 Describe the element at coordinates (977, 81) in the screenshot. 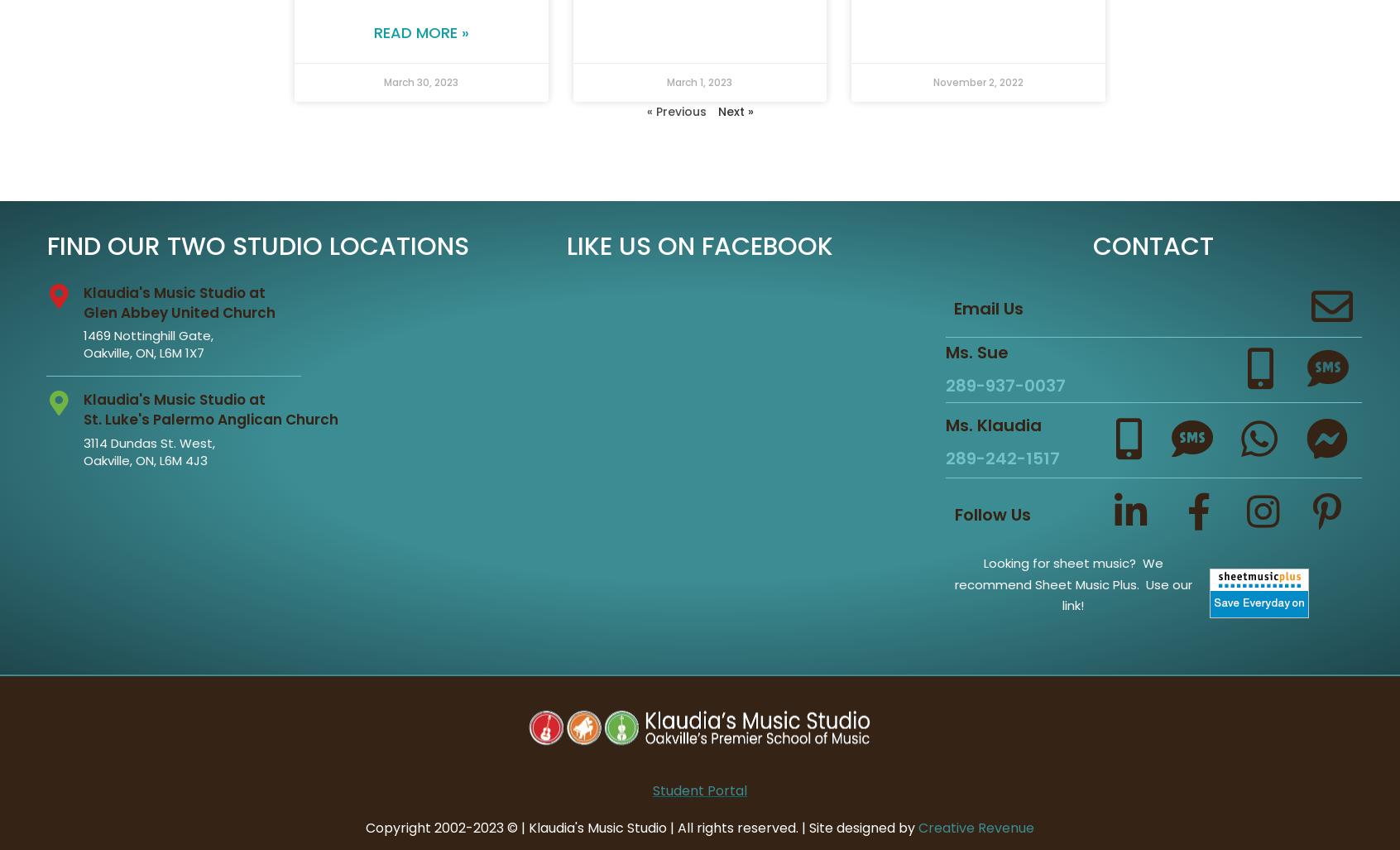

I see `'November 2, 2022'` at that location.